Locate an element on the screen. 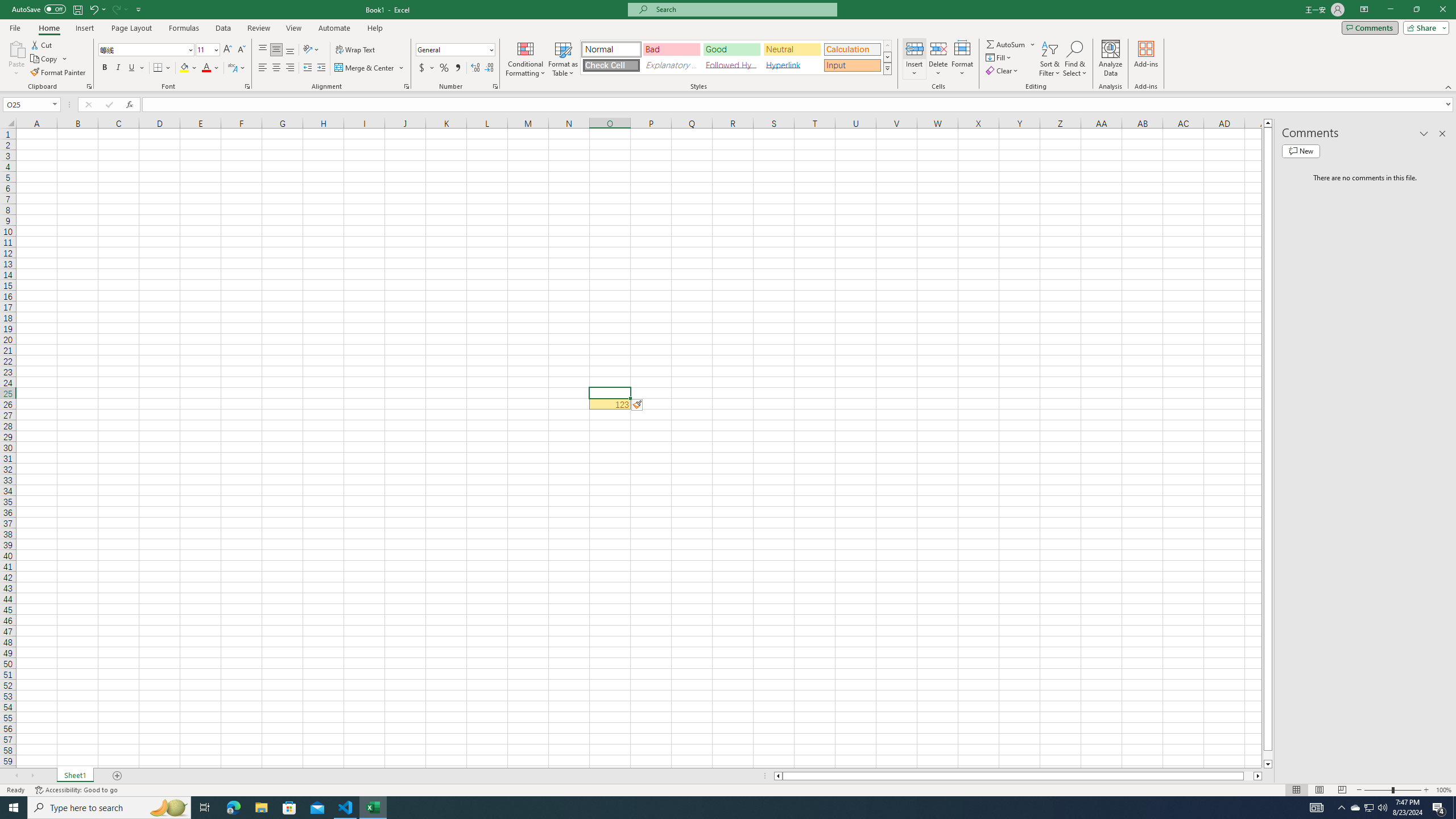 The height and width of the screenshot is (819, 1456). 'Scroll Left' is located at coordinates (16, 775).